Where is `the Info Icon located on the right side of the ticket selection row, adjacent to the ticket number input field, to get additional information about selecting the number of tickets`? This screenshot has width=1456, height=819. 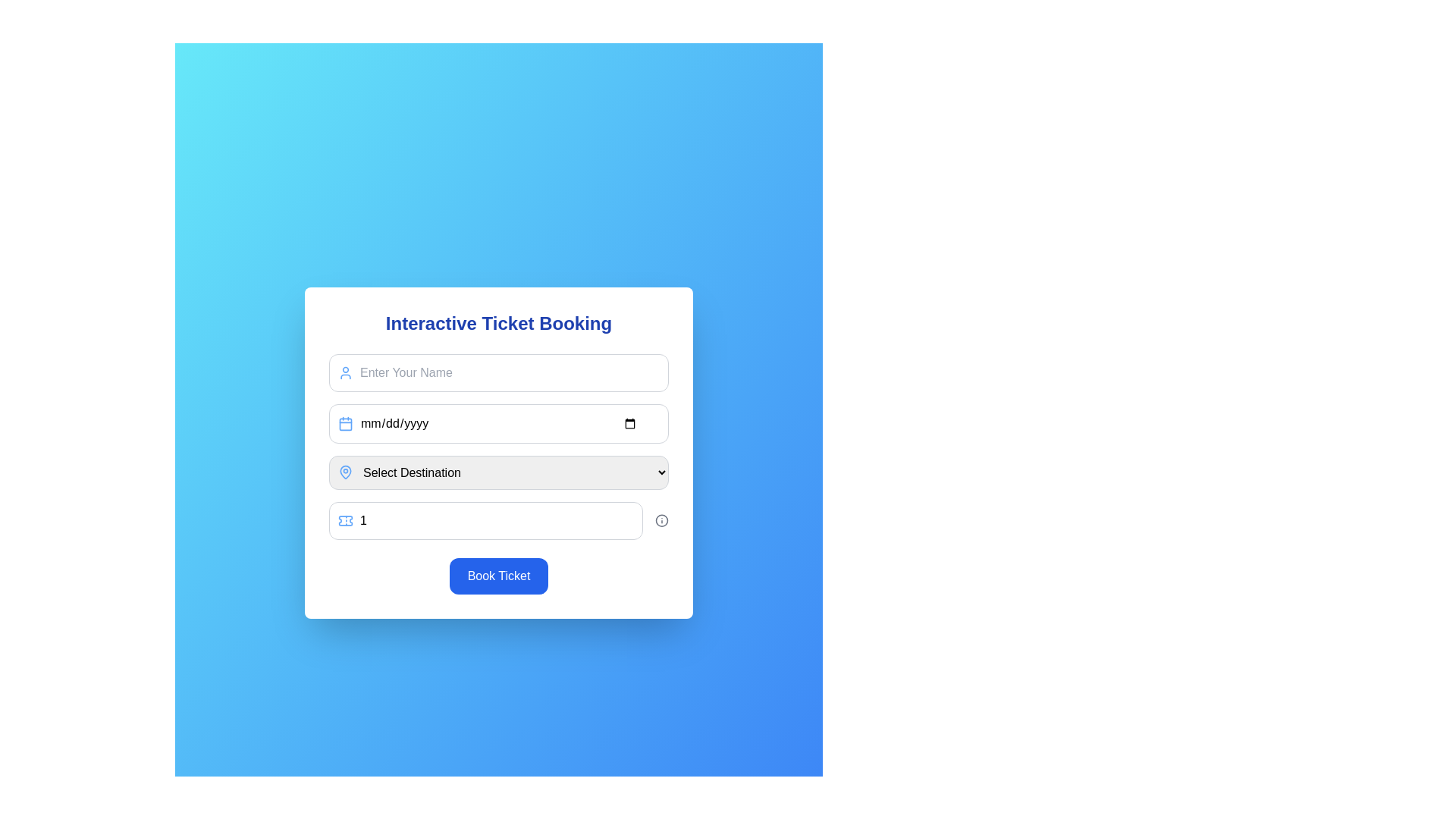
the Info Icon located on the right side of the ticket selection row, adjacent to the ticket number input field, to get additional information about selecting the number of tickets is located at coordinates (661, 519).